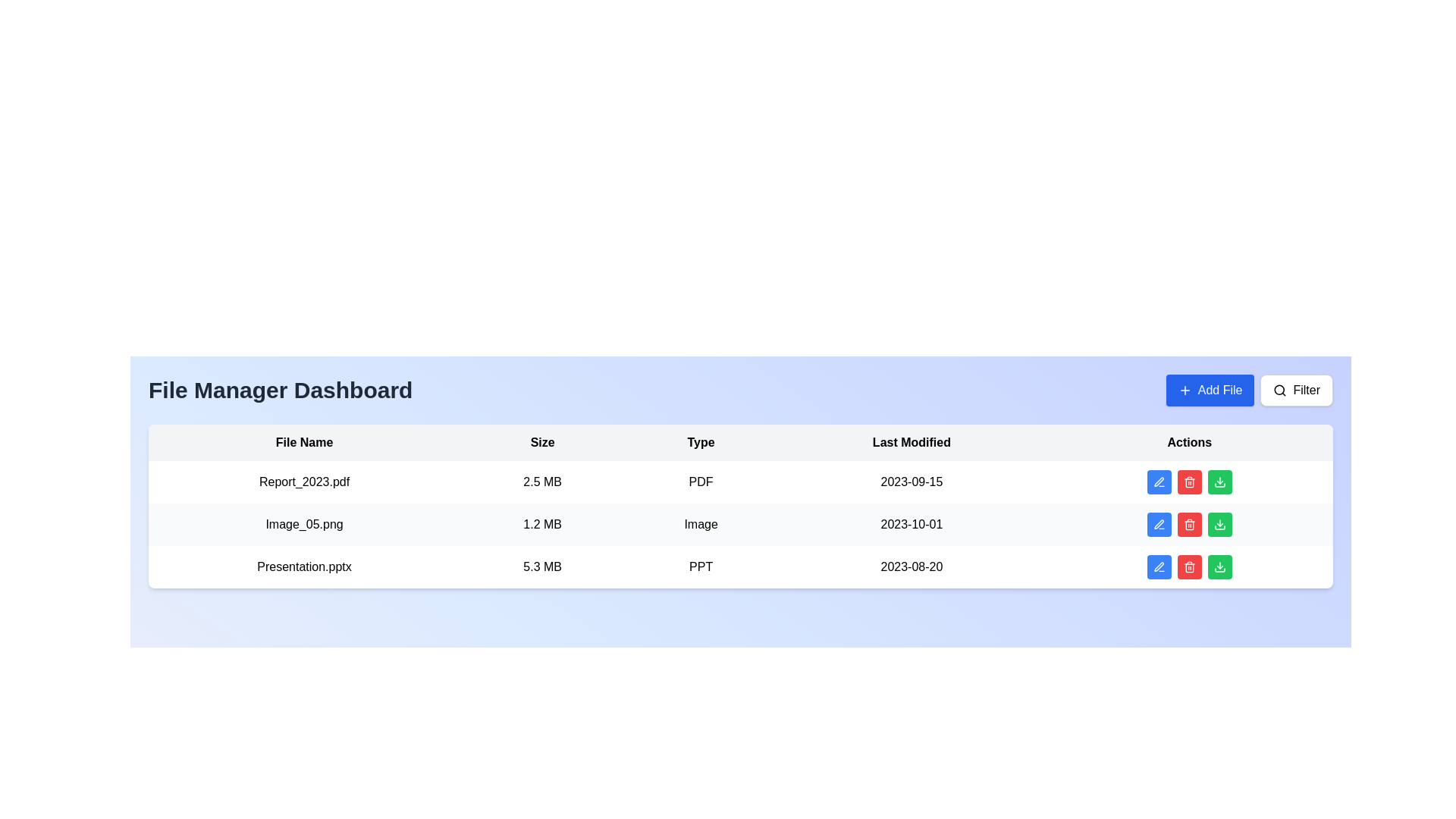  I want to click on the pen icon located inside the blue action button in the 'Actions' column of the 'Image_05.png' row, so click(1158, 523).